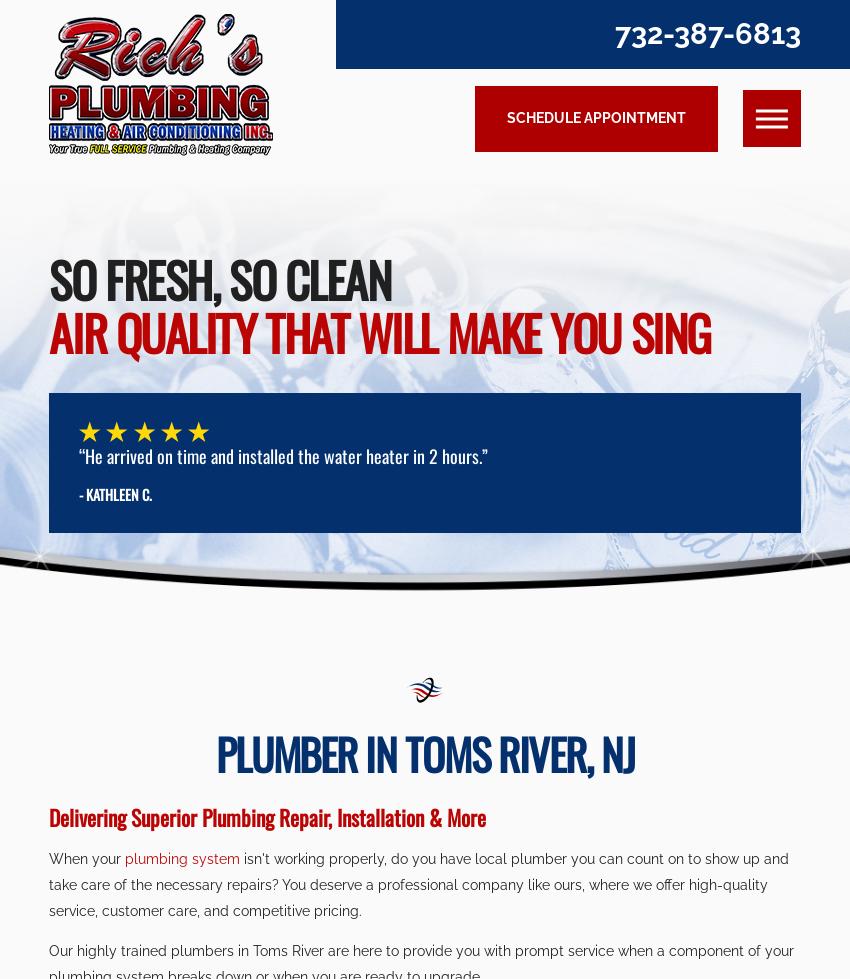 The height and width of the screenshot is (979, 850). Describe the element at coordinates (138, 322) in the screenshot. I see `'Address 2'` at that location.